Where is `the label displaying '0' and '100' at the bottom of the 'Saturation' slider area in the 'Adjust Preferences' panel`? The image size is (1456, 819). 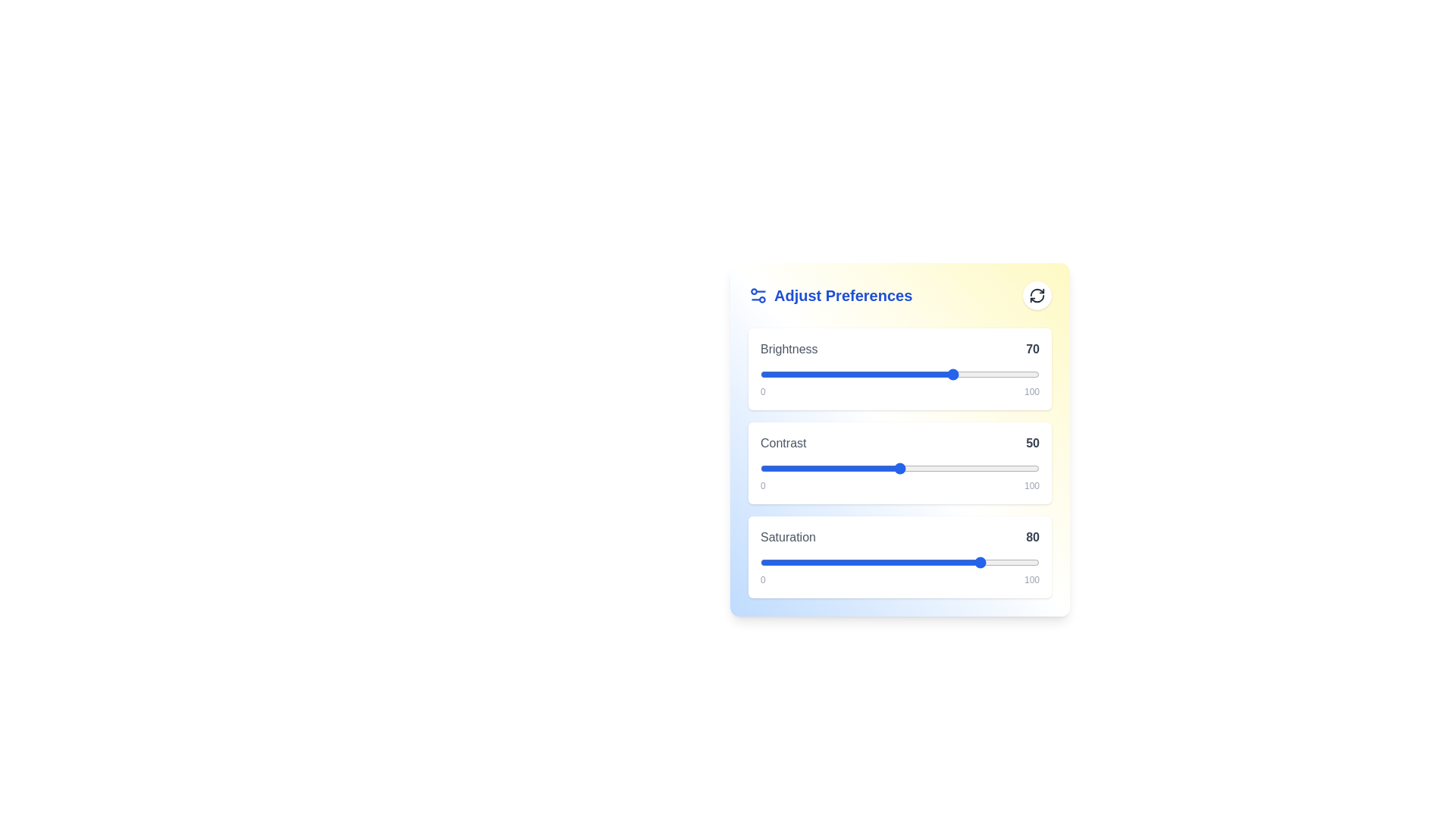
the label displaying '0' and '100' at the bottom of the 'Saturation' slider area in the 'Adjust Preferences' panel is located at coordinates (899, 579).